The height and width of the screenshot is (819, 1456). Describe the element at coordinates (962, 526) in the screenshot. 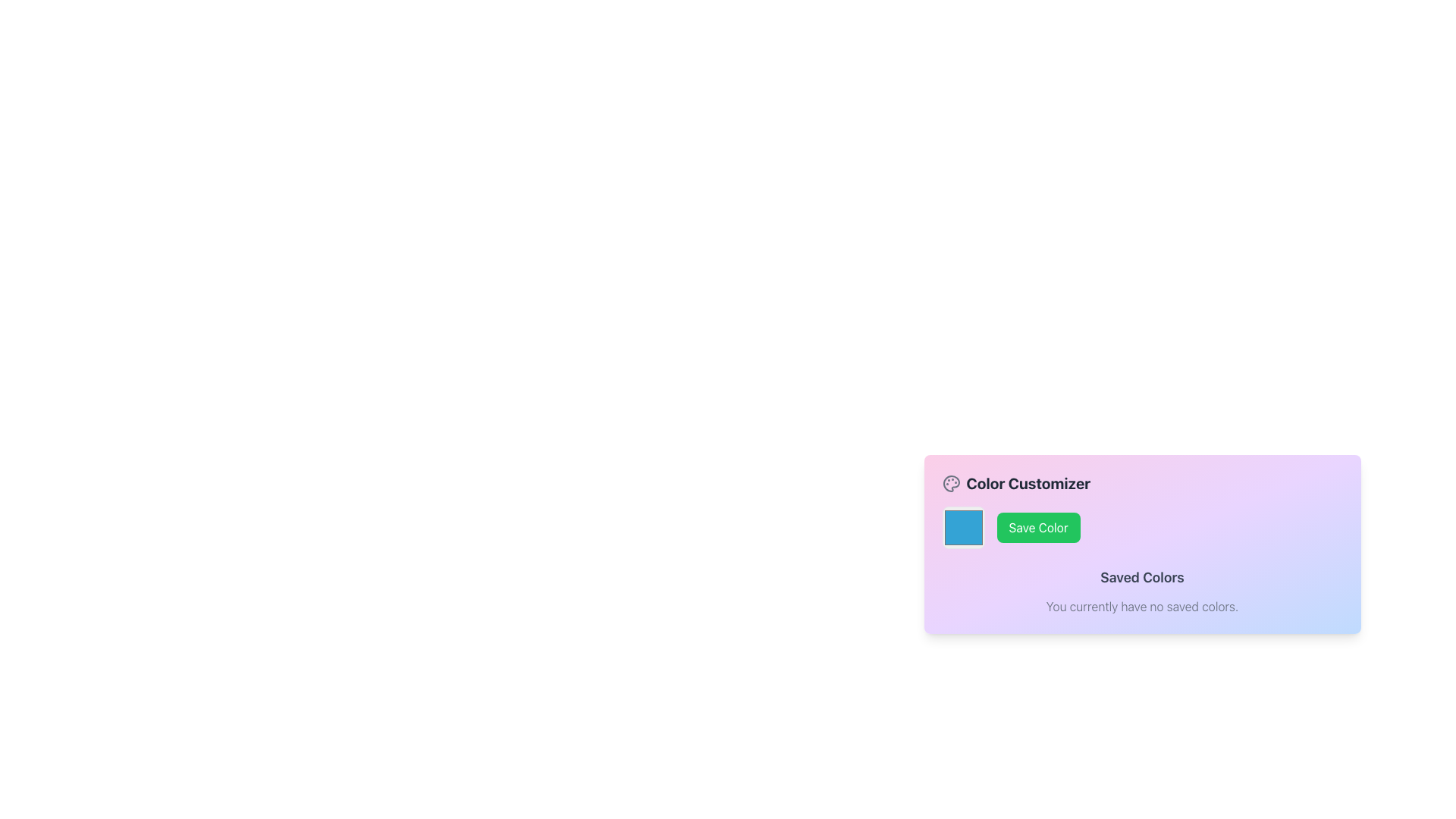

I see `the Color Picker element located to the left of the 'Save Color' button in the 'Color Customizer' section` at that location.